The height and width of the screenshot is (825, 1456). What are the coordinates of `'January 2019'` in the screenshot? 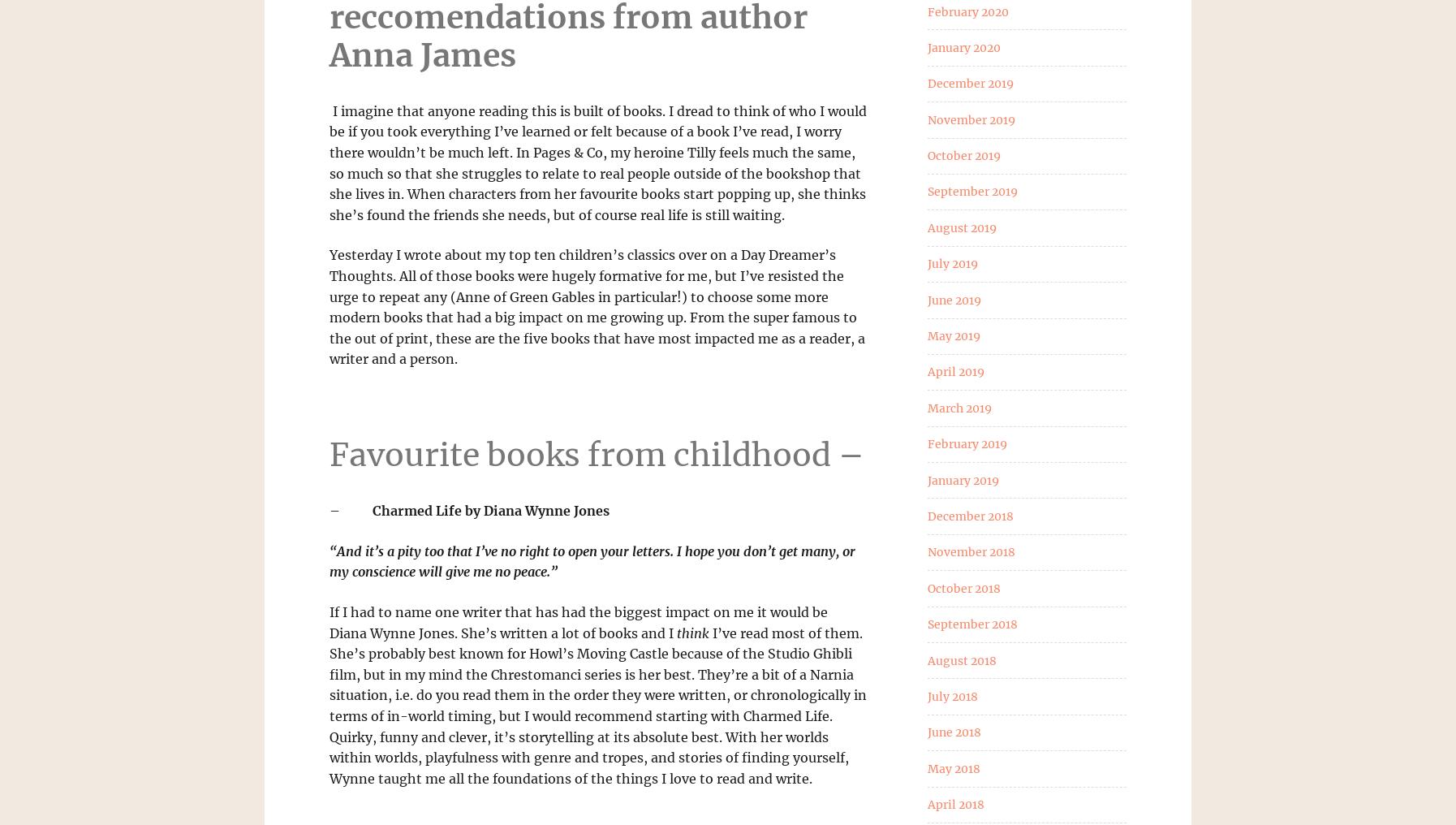 It's located at (926, 480).